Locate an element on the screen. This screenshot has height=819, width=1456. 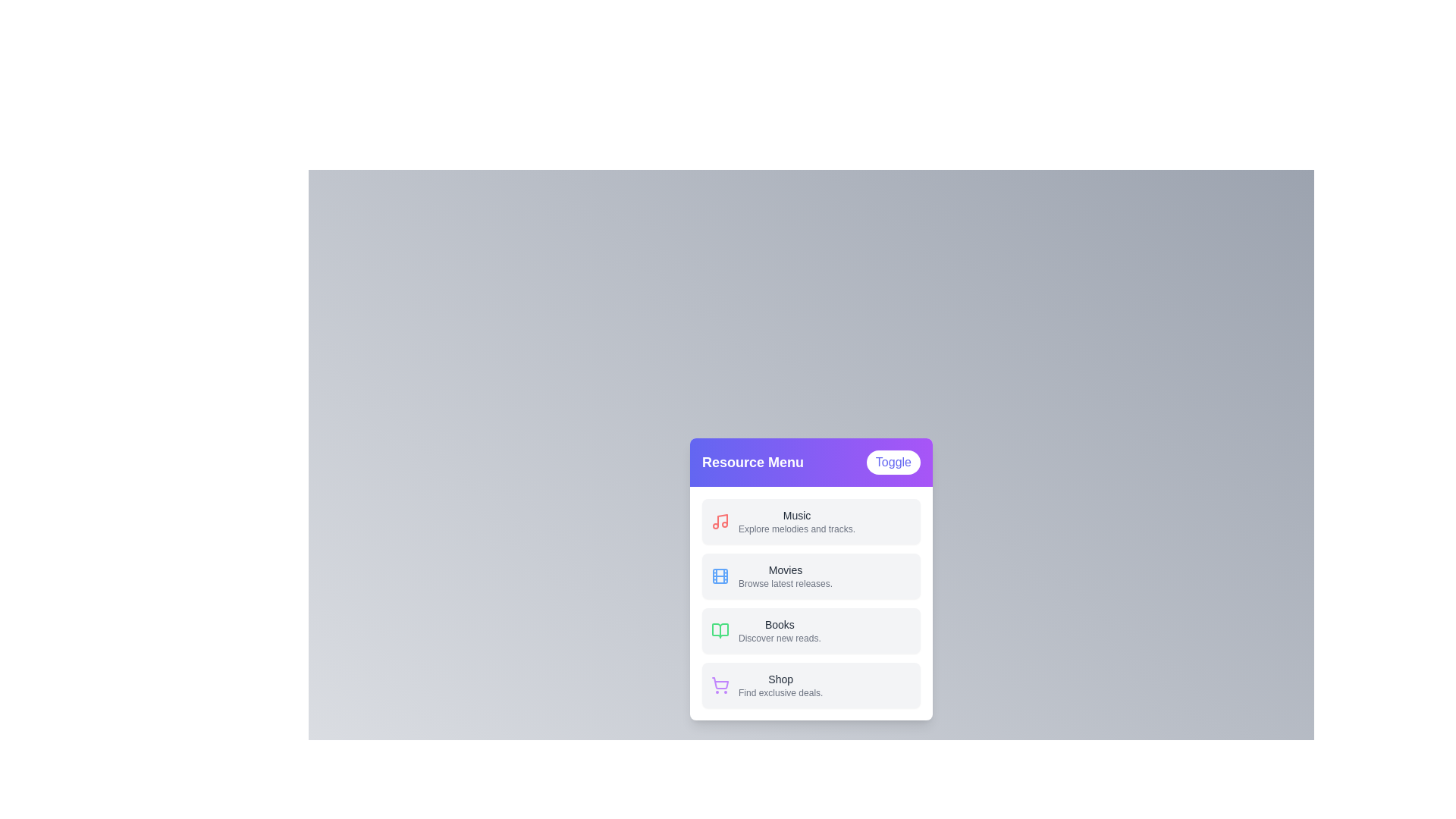
the menu item labeled Music is located at coordinates (811, 520).